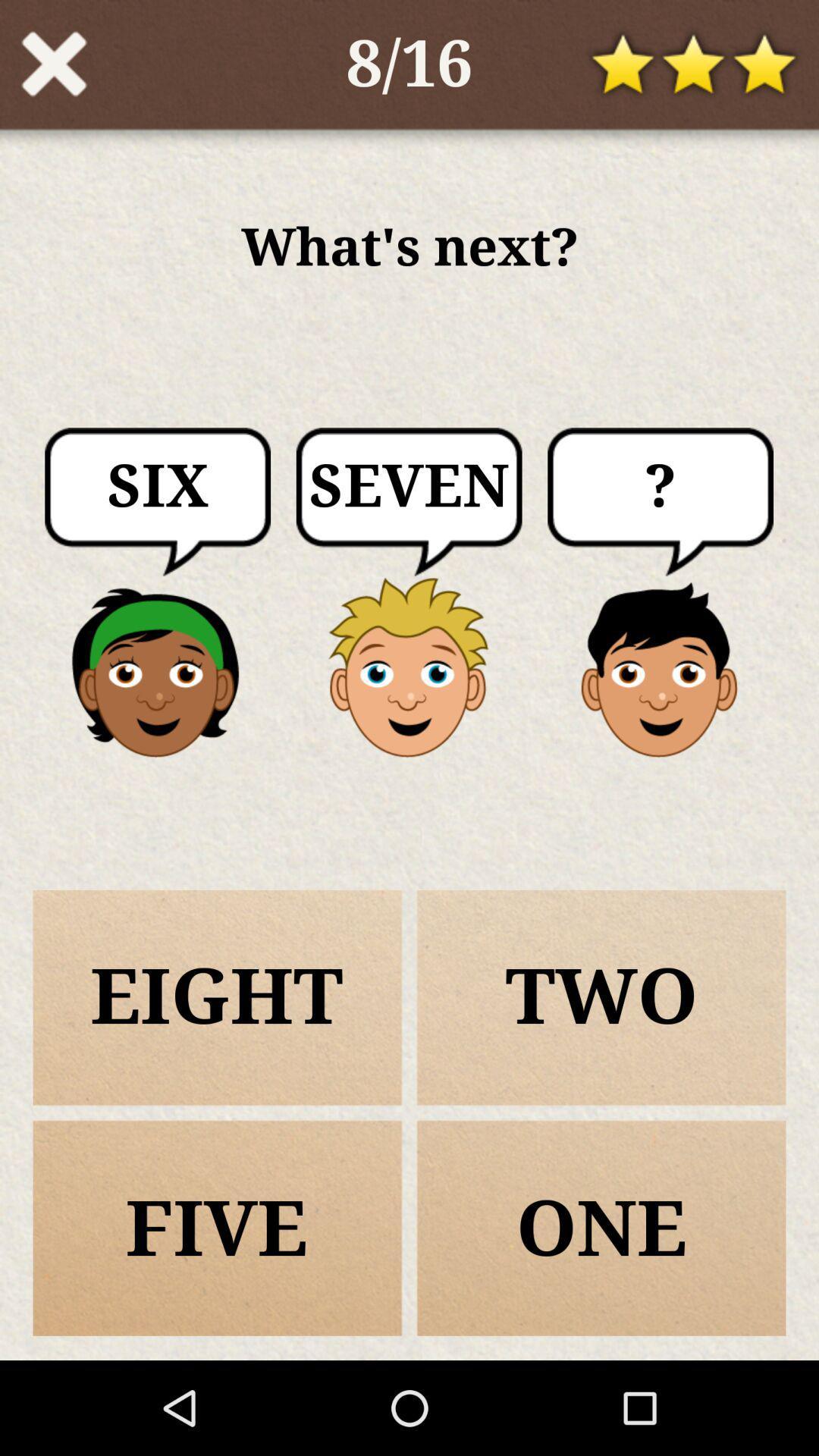 This screenshot has width=819, height=1456. Describe the element at coordinates (53, 67) in the screenshot. I see `the close icon` at that location.